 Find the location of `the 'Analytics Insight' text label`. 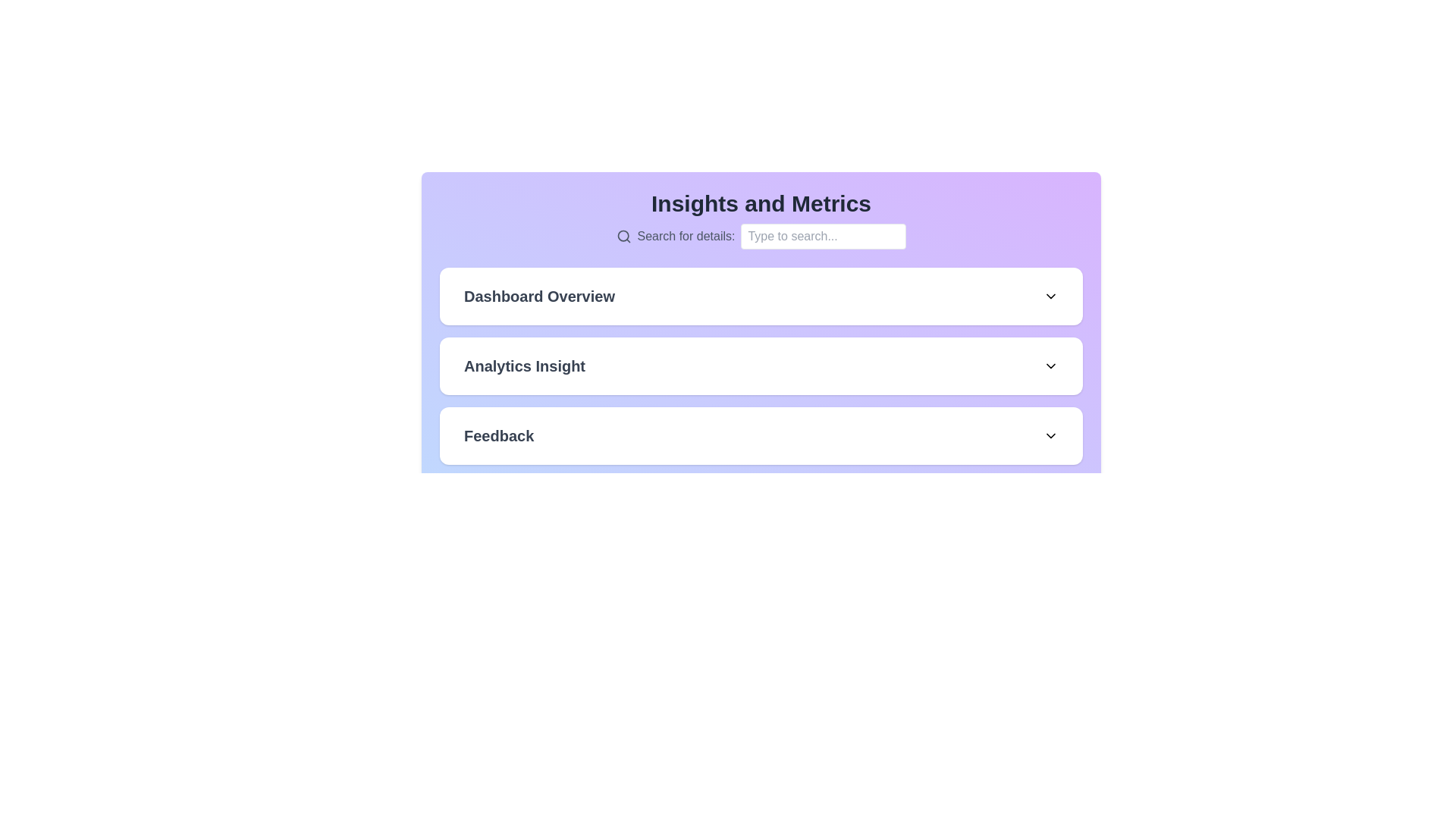

the 'Analytics Insight' text label is located at coordinates (524, 366).